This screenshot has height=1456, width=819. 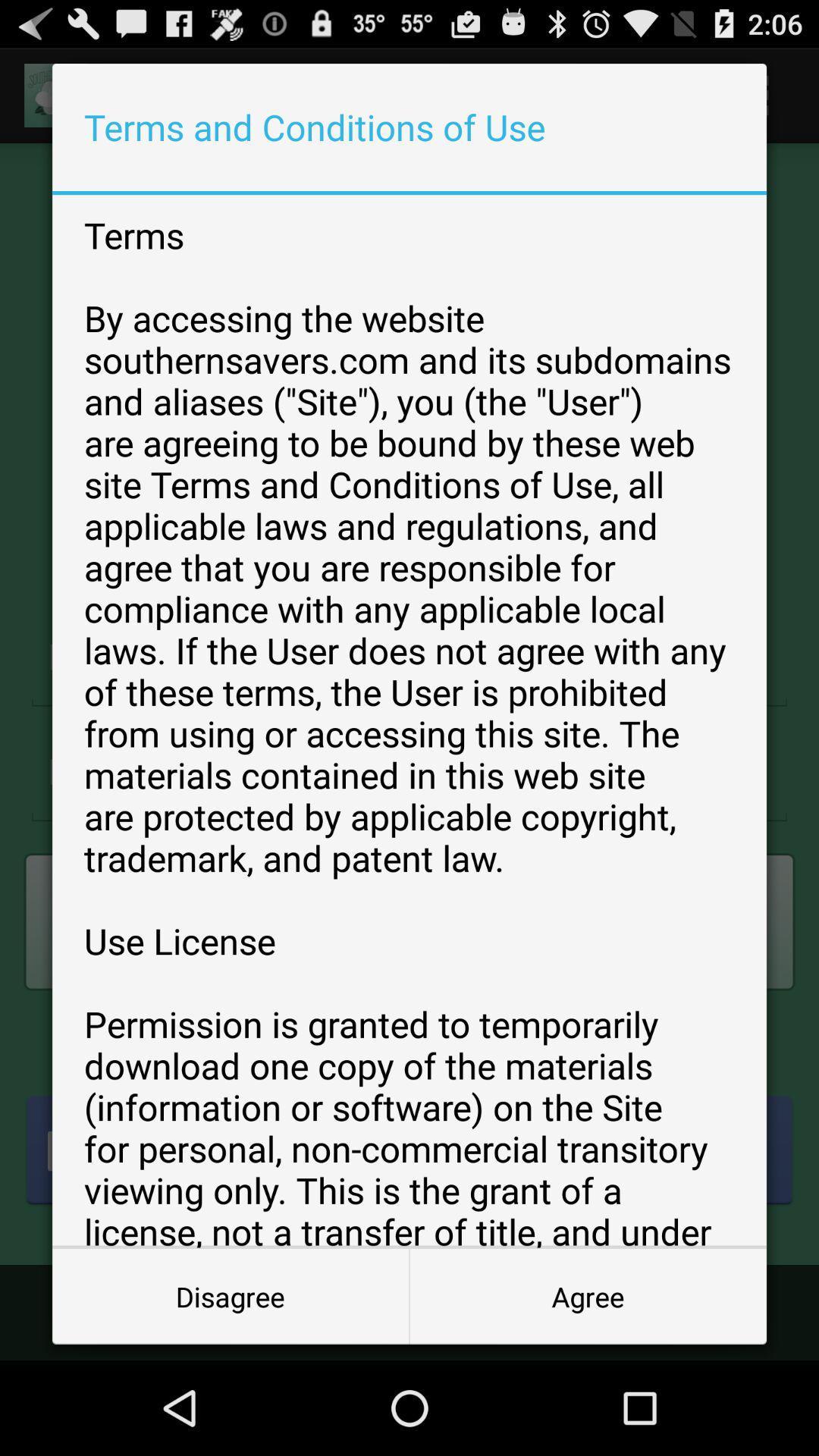 I want to click on the item below terms by accessing icon, so click(x=231, y=1295).